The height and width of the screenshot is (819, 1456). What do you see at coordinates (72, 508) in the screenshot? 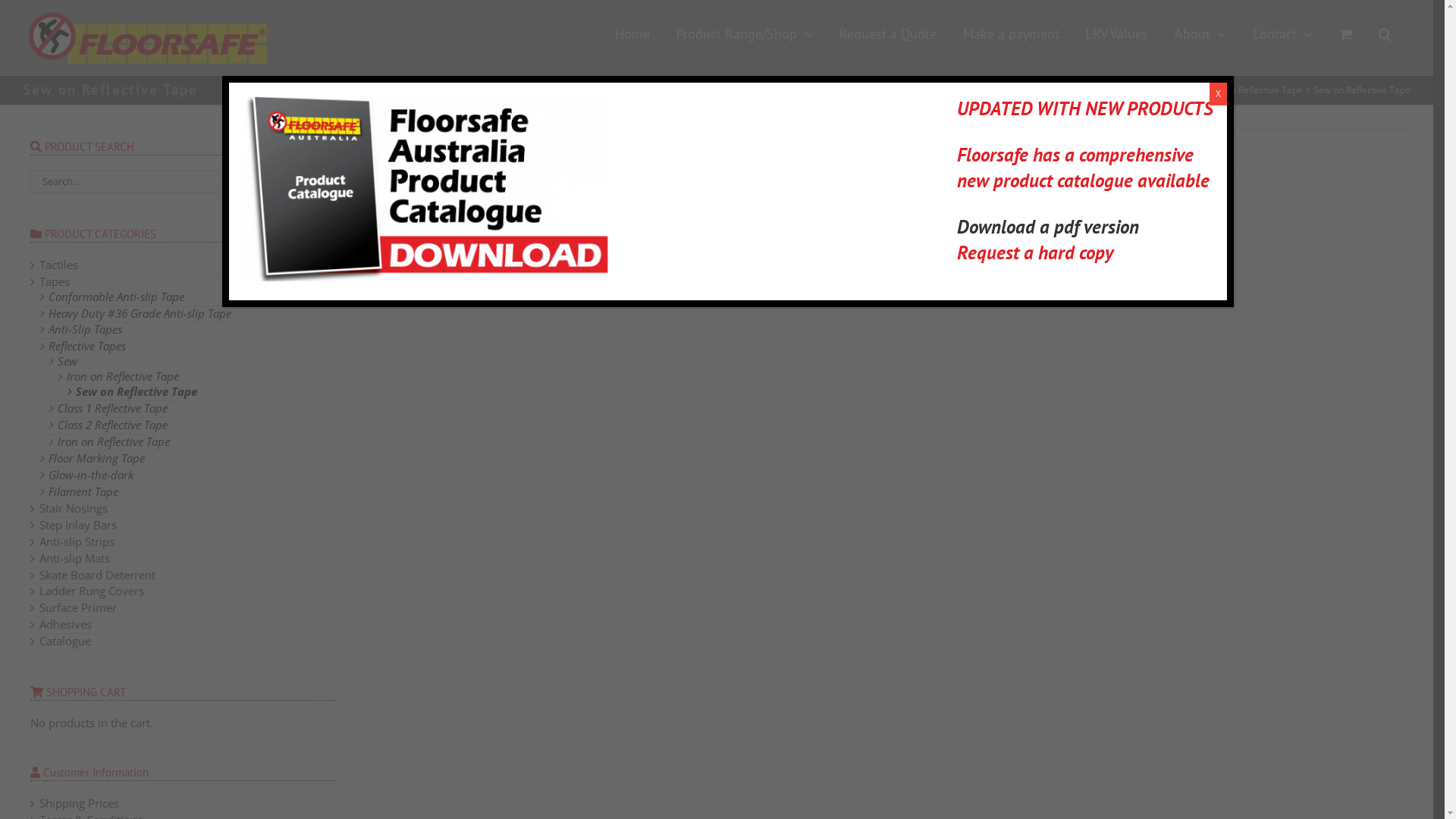
I see `'Stair Nosings'` at bounding box center [72, 508].